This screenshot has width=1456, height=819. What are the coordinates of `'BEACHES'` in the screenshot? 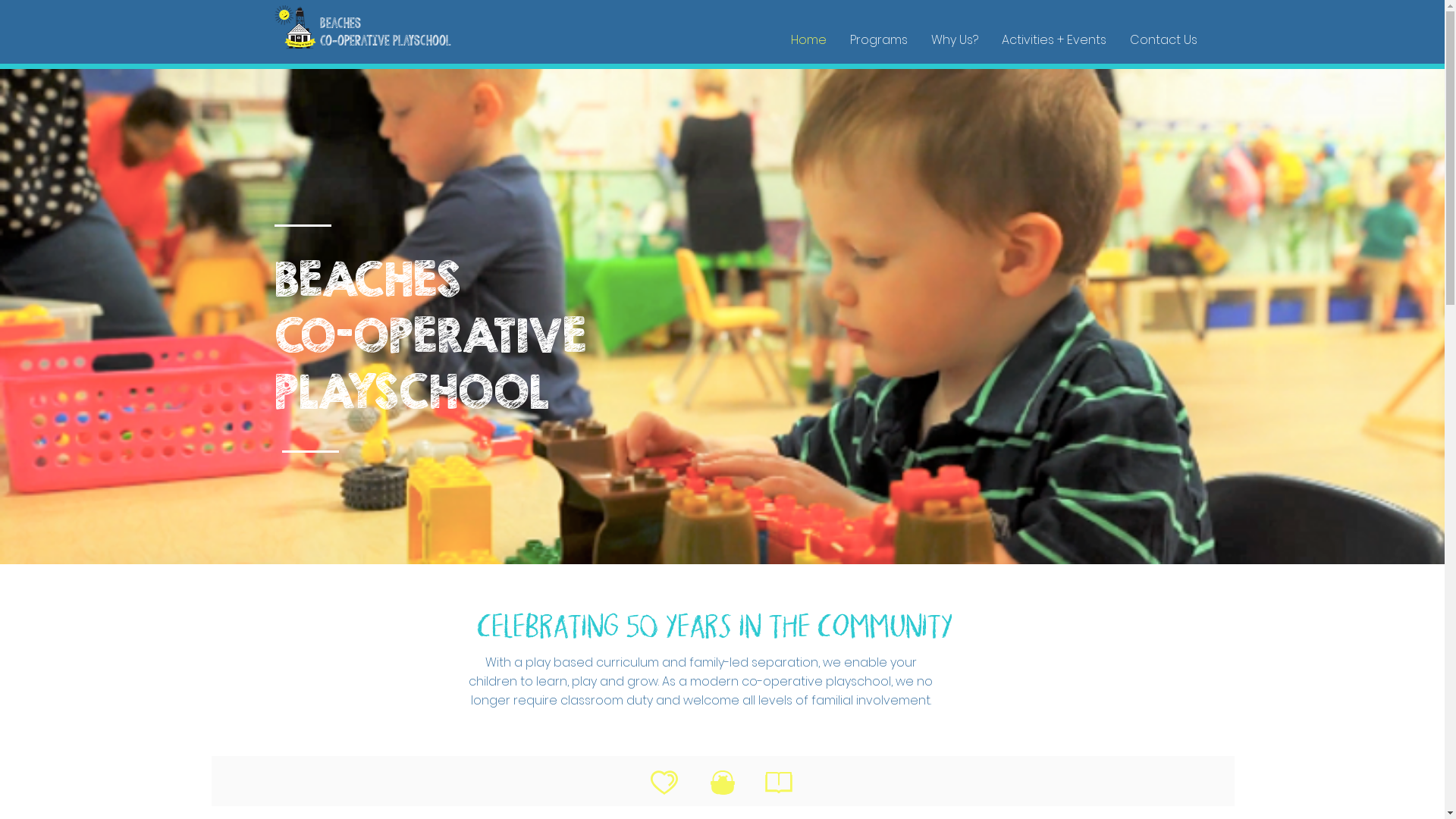 It's located at (367, 278).